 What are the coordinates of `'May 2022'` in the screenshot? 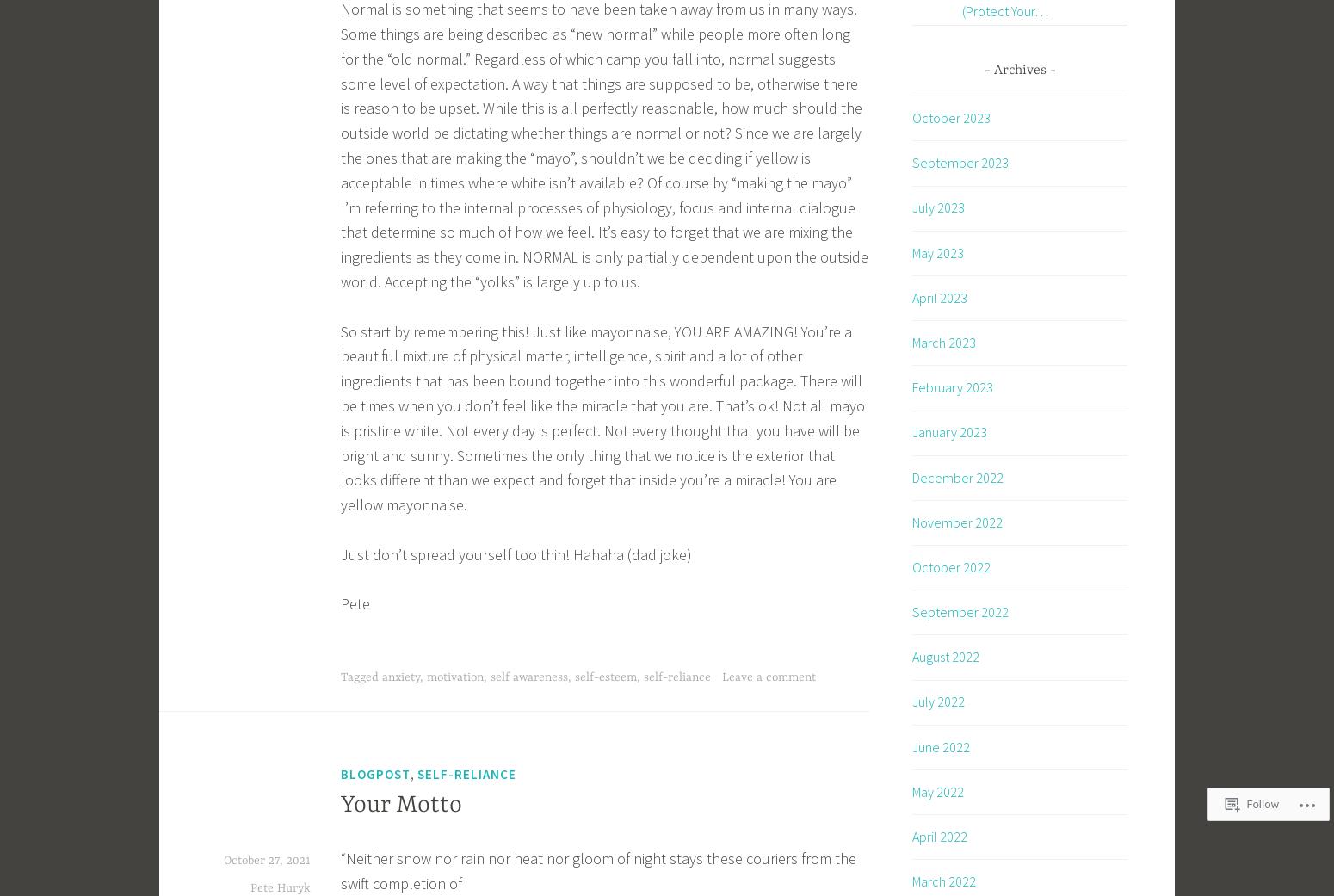 It's located at (936, 789).